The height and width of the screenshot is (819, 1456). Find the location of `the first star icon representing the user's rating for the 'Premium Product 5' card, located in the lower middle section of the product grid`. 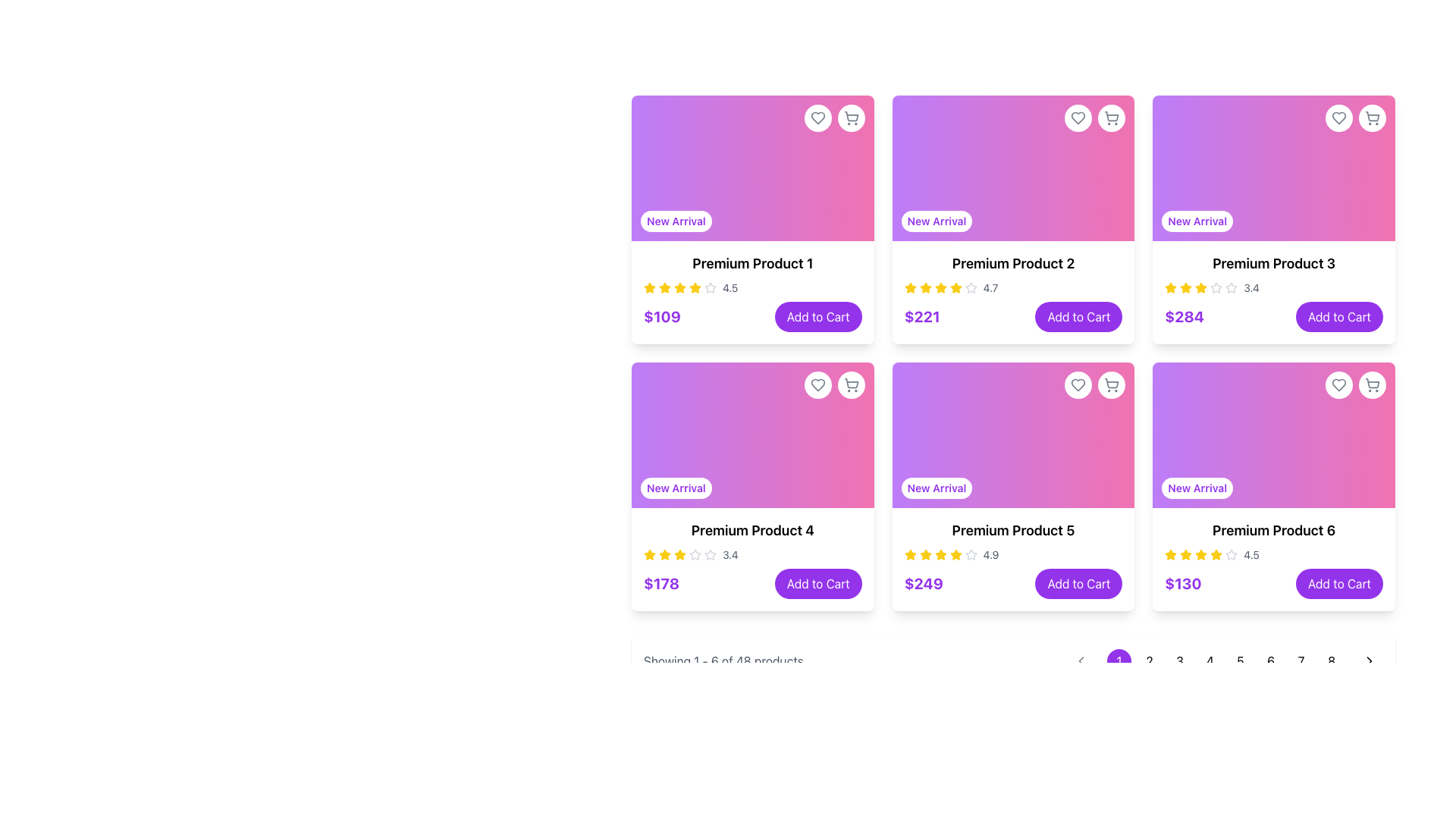

the first star icon representing the user's rating for the 'Premium Product 5' card, located in the lower middle section of the product grid is located at coordinates (910, 555).